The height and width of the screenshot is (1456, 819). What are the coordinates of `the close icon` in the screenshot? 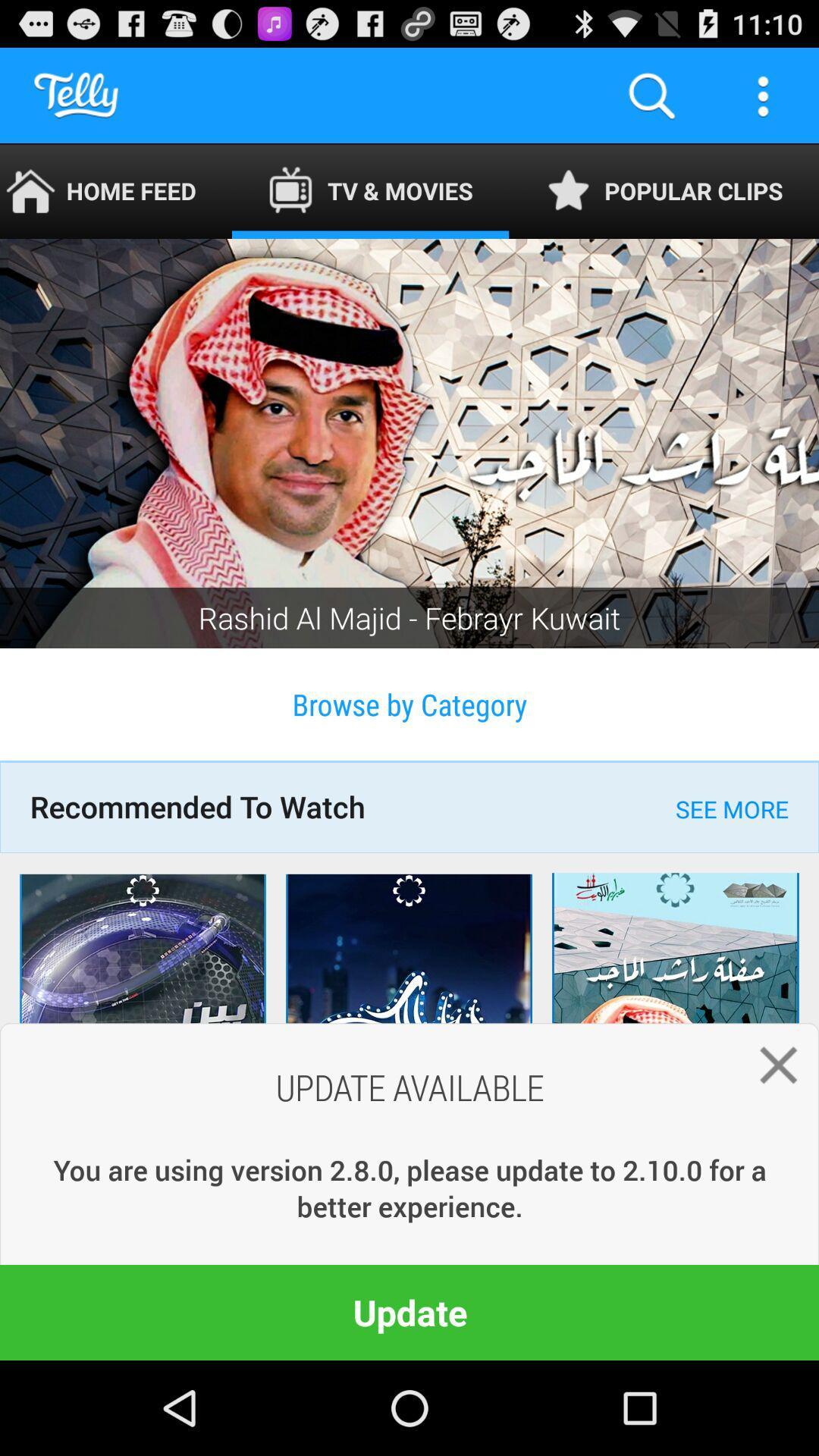 It's located at (771, 1146).